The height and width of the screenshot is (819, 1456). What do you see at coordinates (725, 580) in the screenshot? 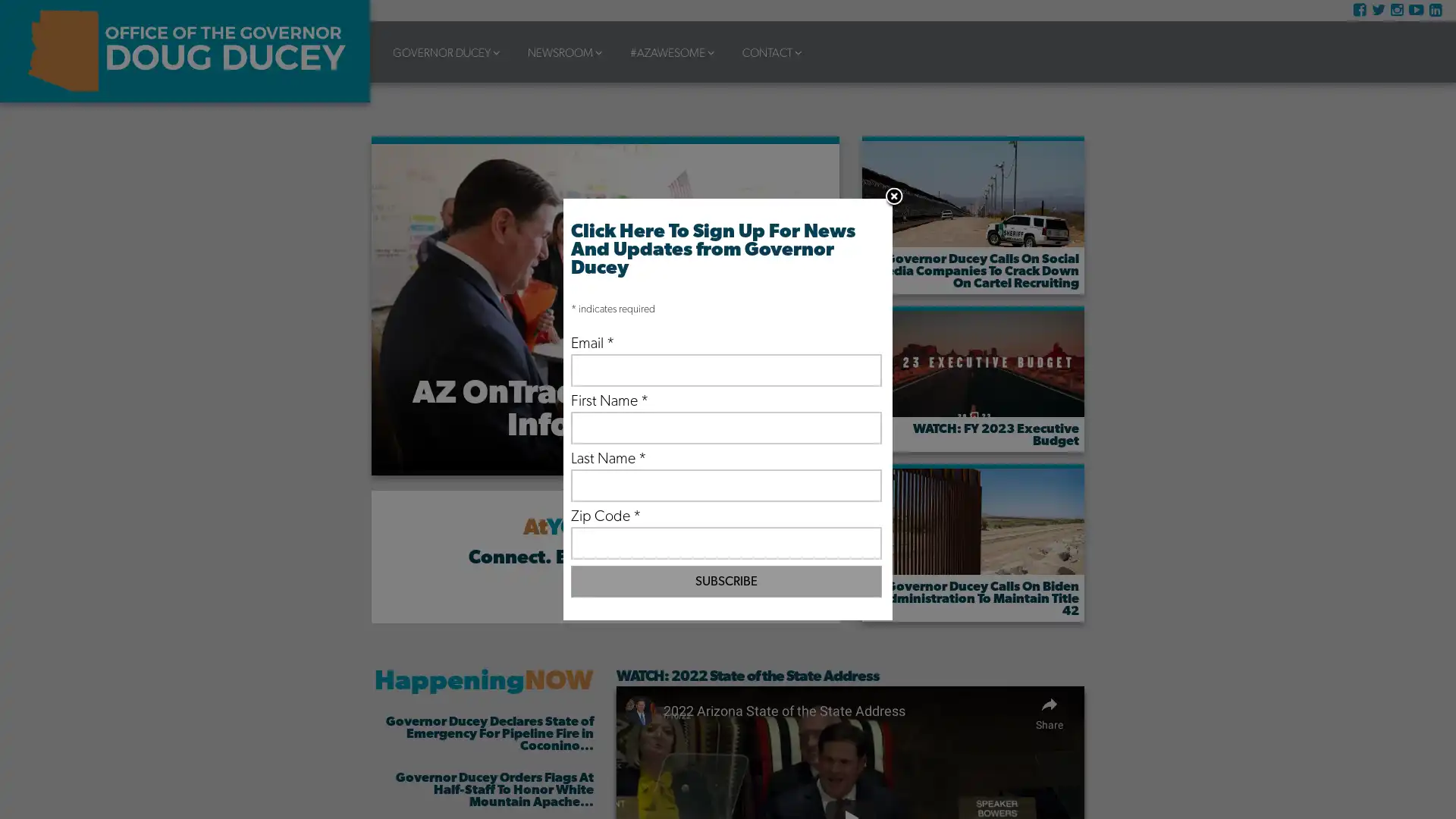
I see `Subscribe` at bounding box center [725, 580].